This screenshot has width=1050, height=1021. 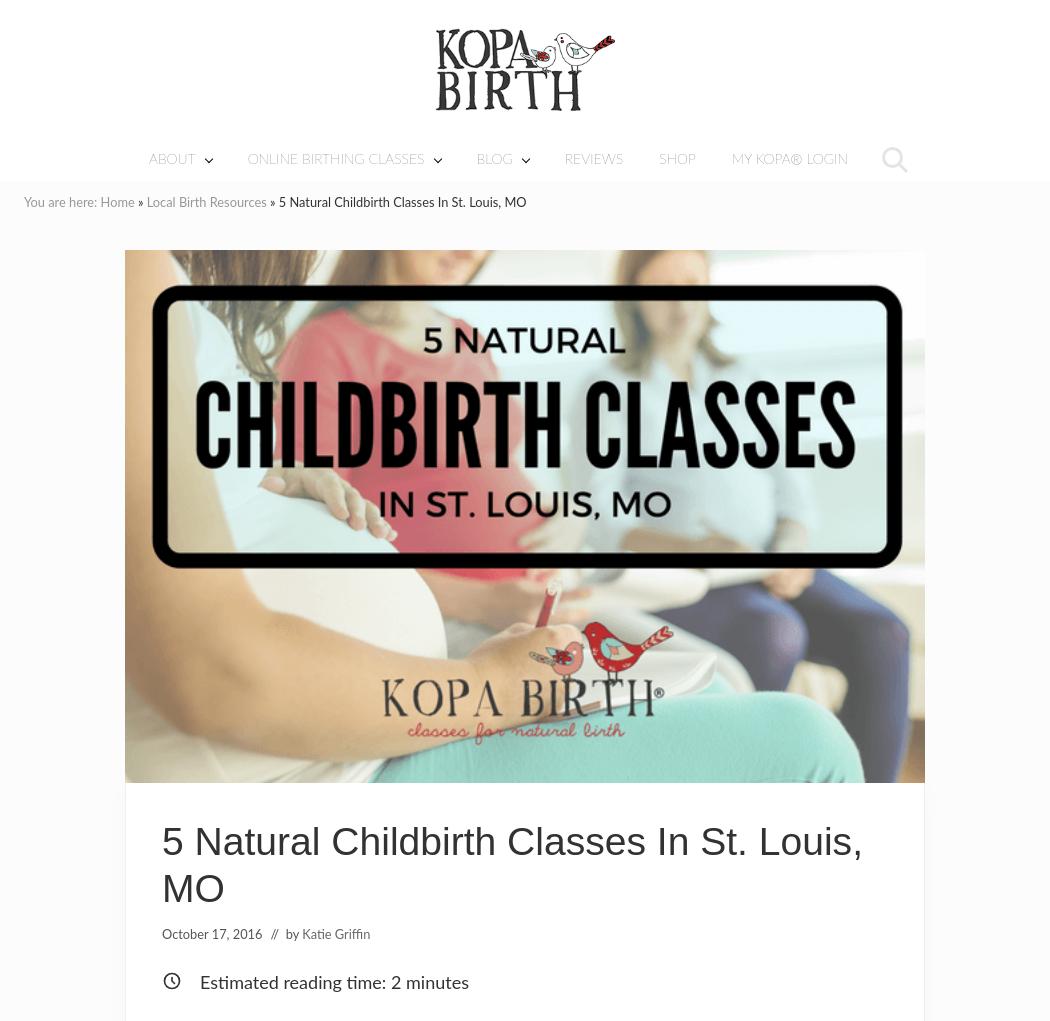 What do you see at coordinates (677, 158) in the screenshot?
I see `'SHOP'` at bounding box center [677, 158].